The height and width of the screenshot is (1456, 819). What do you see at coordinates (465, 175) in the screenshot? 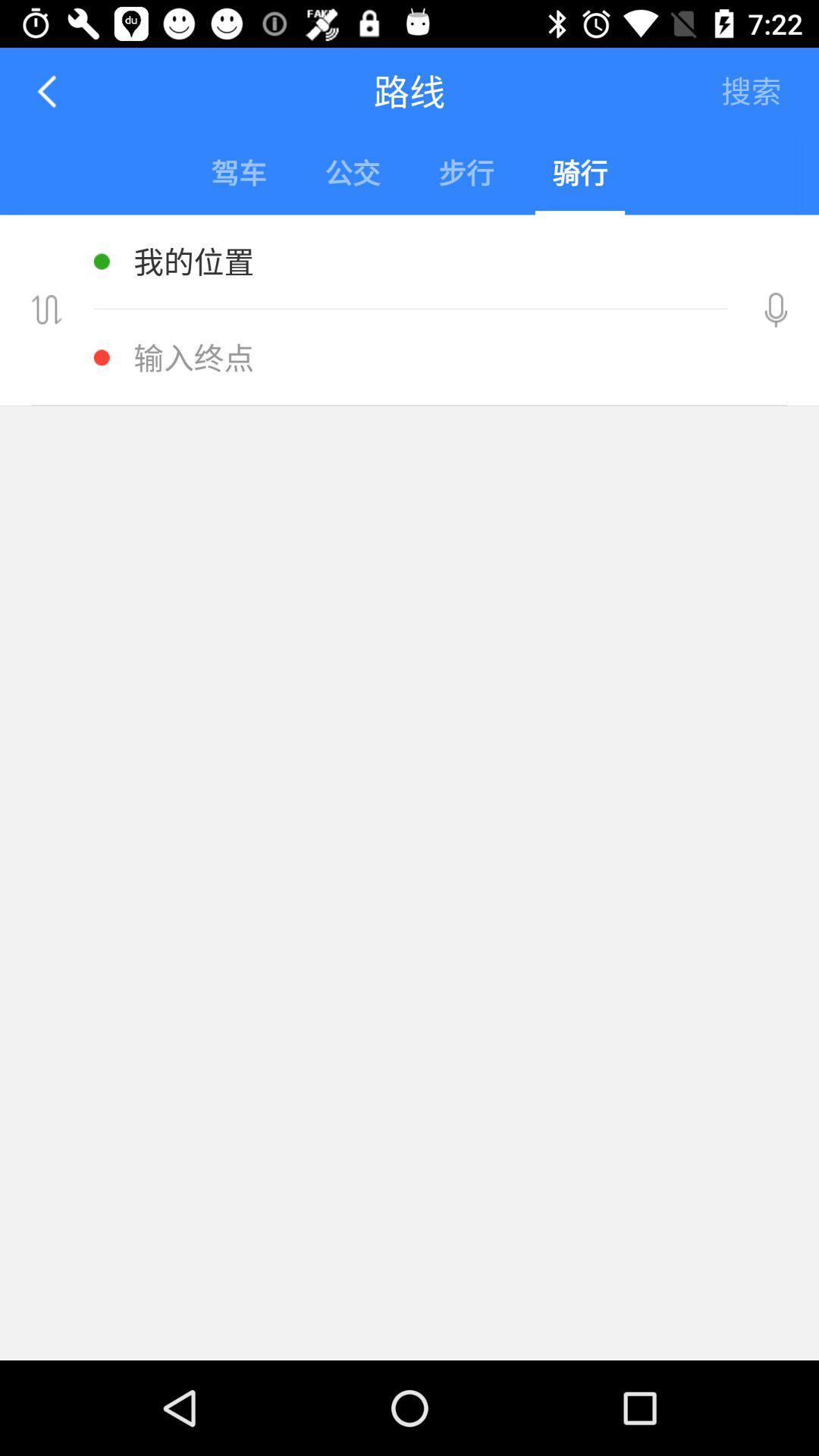
I see `third symbol in the second row` at bounding box center [465, 175].